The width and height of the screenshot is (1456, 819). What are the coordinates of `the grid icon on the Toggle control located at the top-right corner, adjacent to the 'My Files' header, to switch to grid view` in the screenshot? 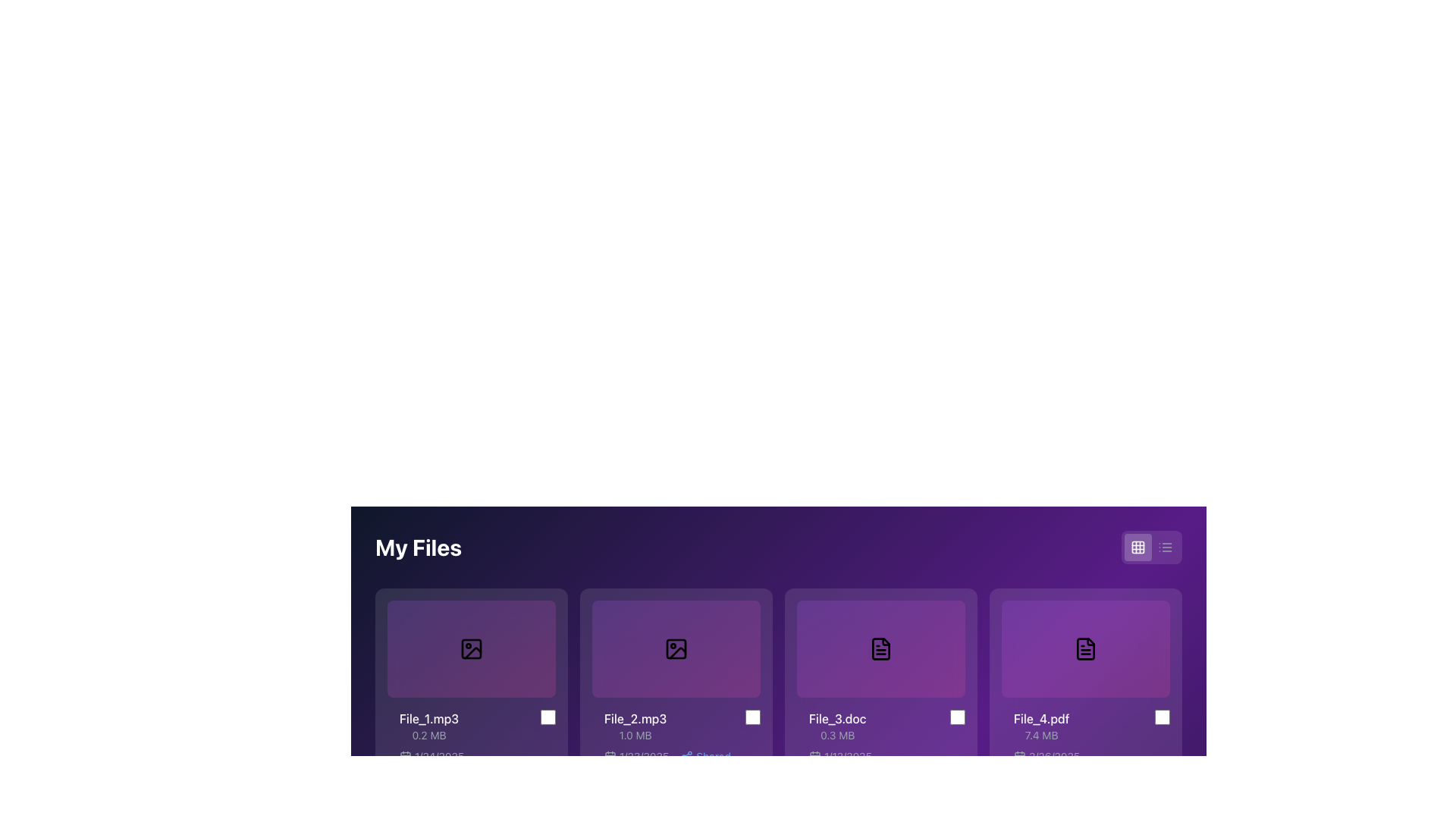 It's located at (1151, 547).